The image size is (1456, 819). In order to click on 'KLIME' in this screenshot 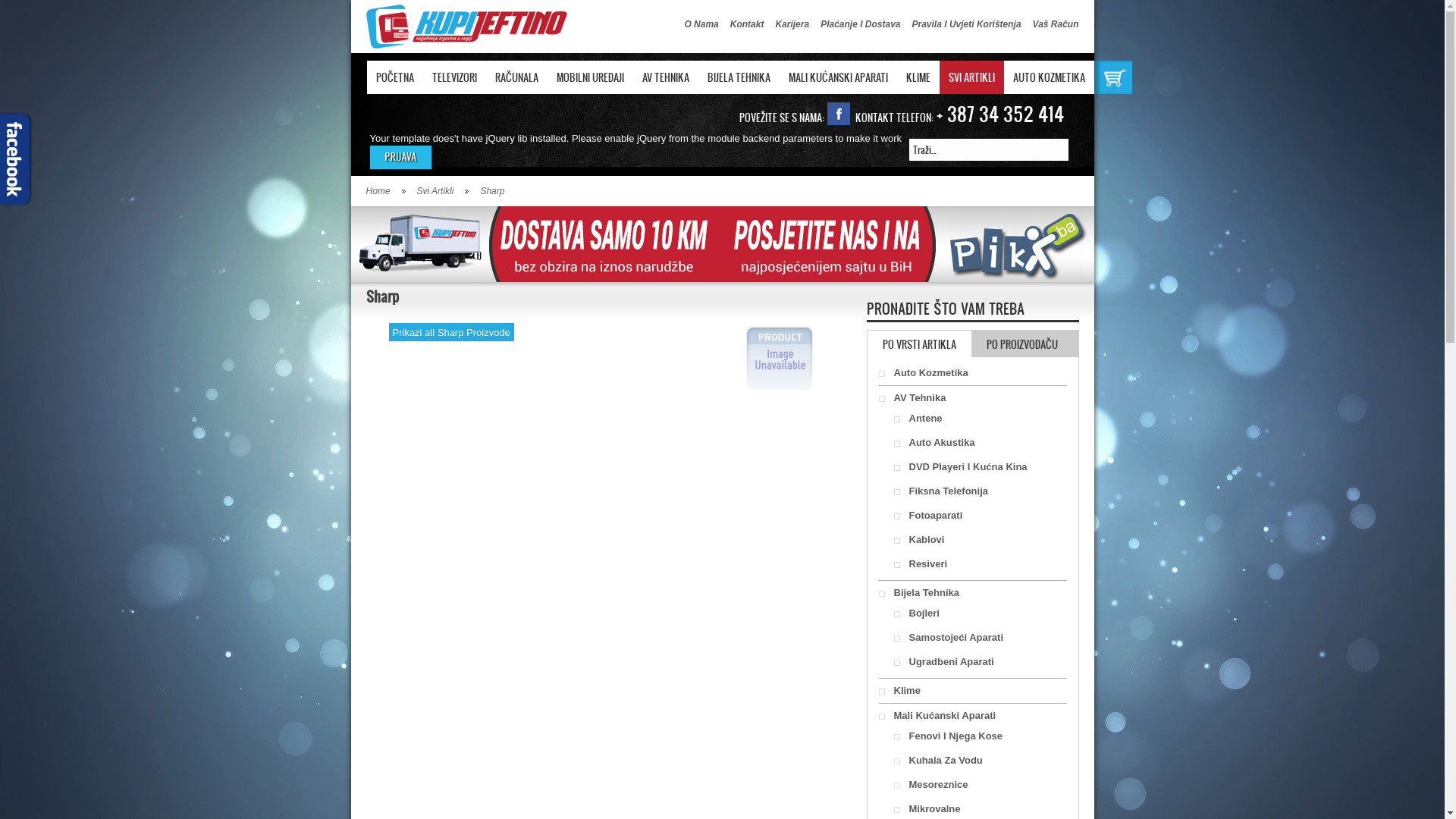, I will do `click(916, 77)`.